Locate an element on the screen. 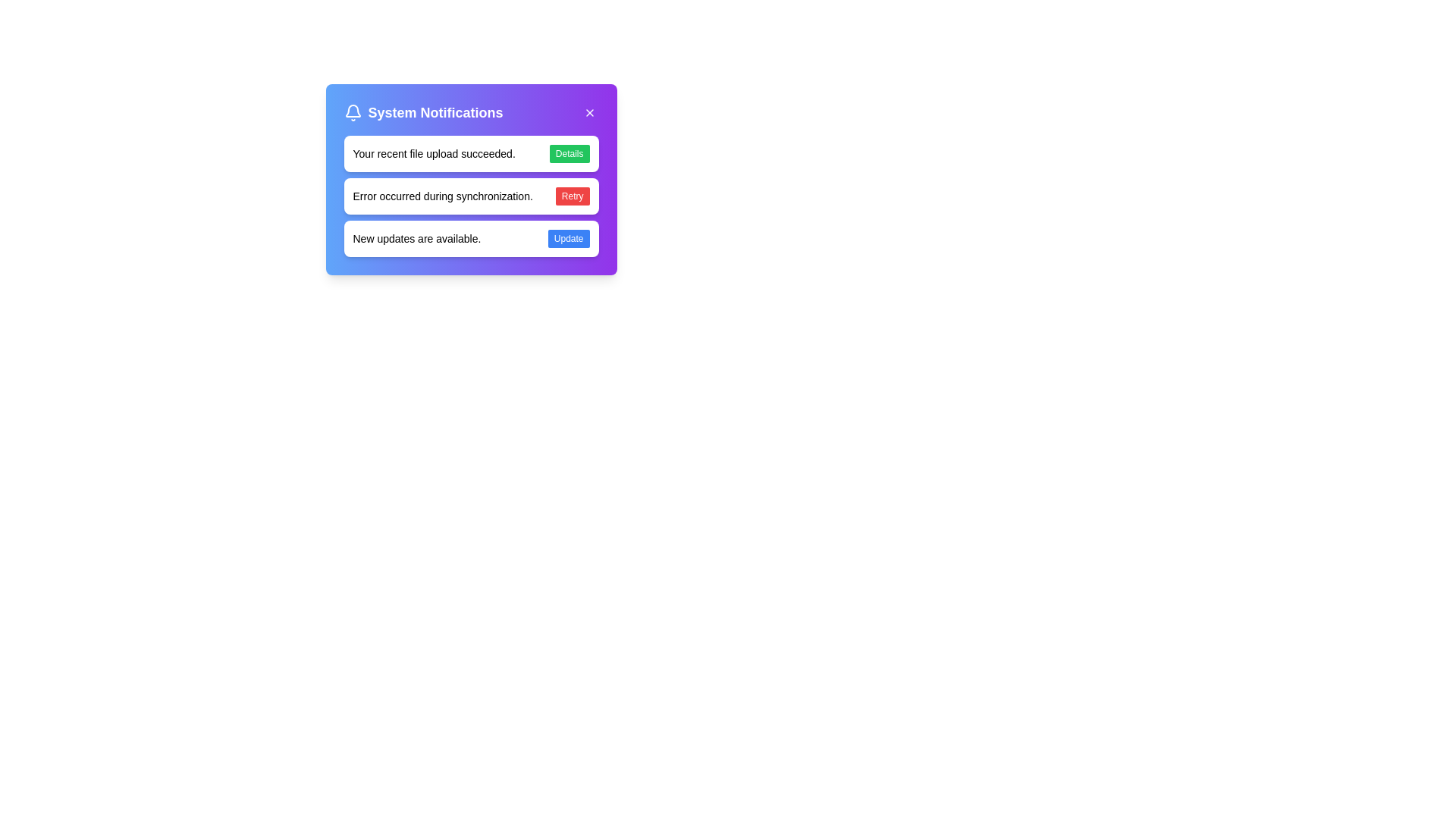 This screenshot has height=819, width=1456. the lower section of the bell icon representing notifications in the 'System Notifications' dialog box is located at coordinates (352, 110).